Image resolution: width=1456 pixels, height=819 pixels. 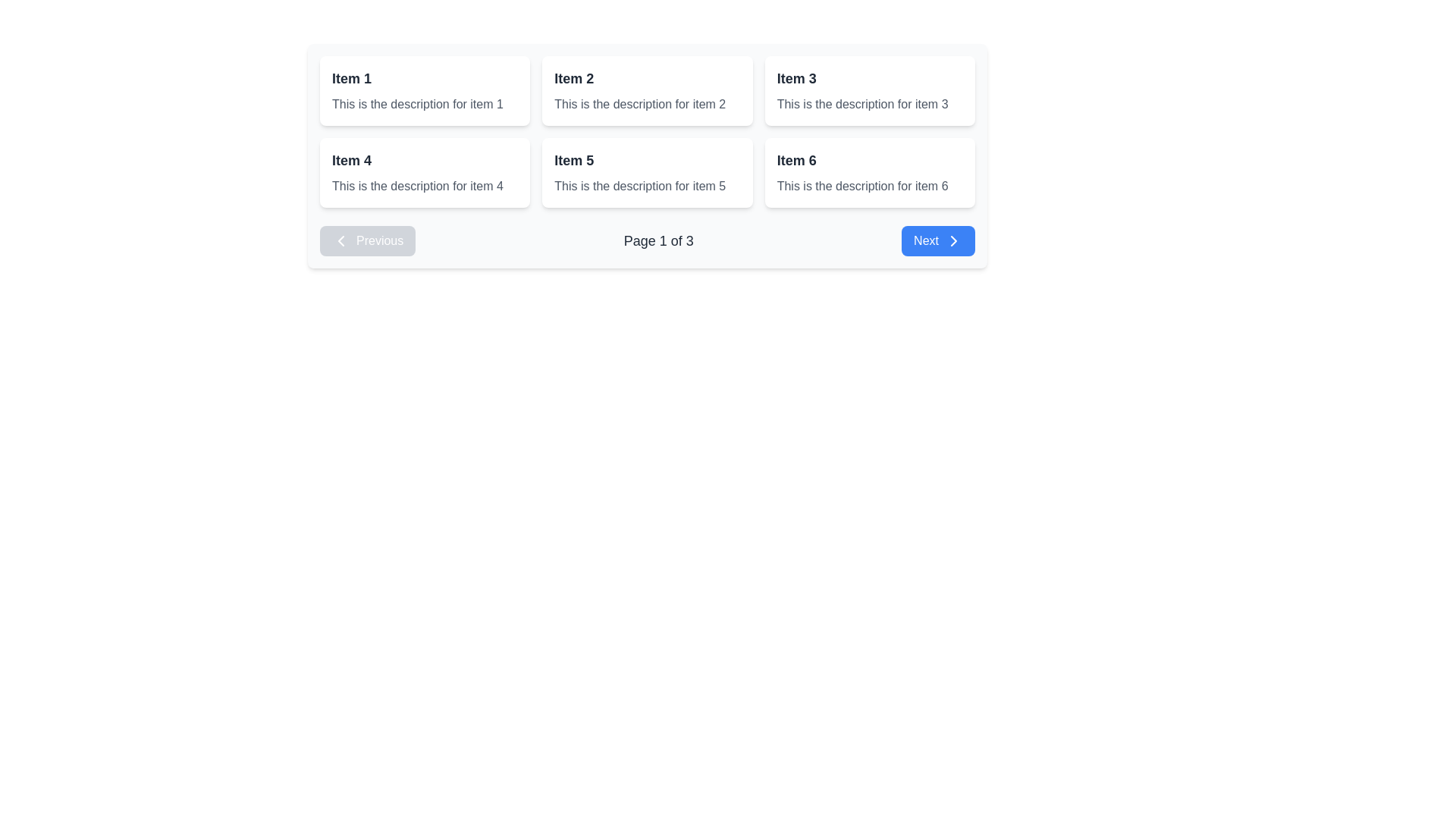 I want to click on the Text label that provides a brief description for 'Item 1', located directly beneath the bold title 'Item 1', so click(x=417, y=104).